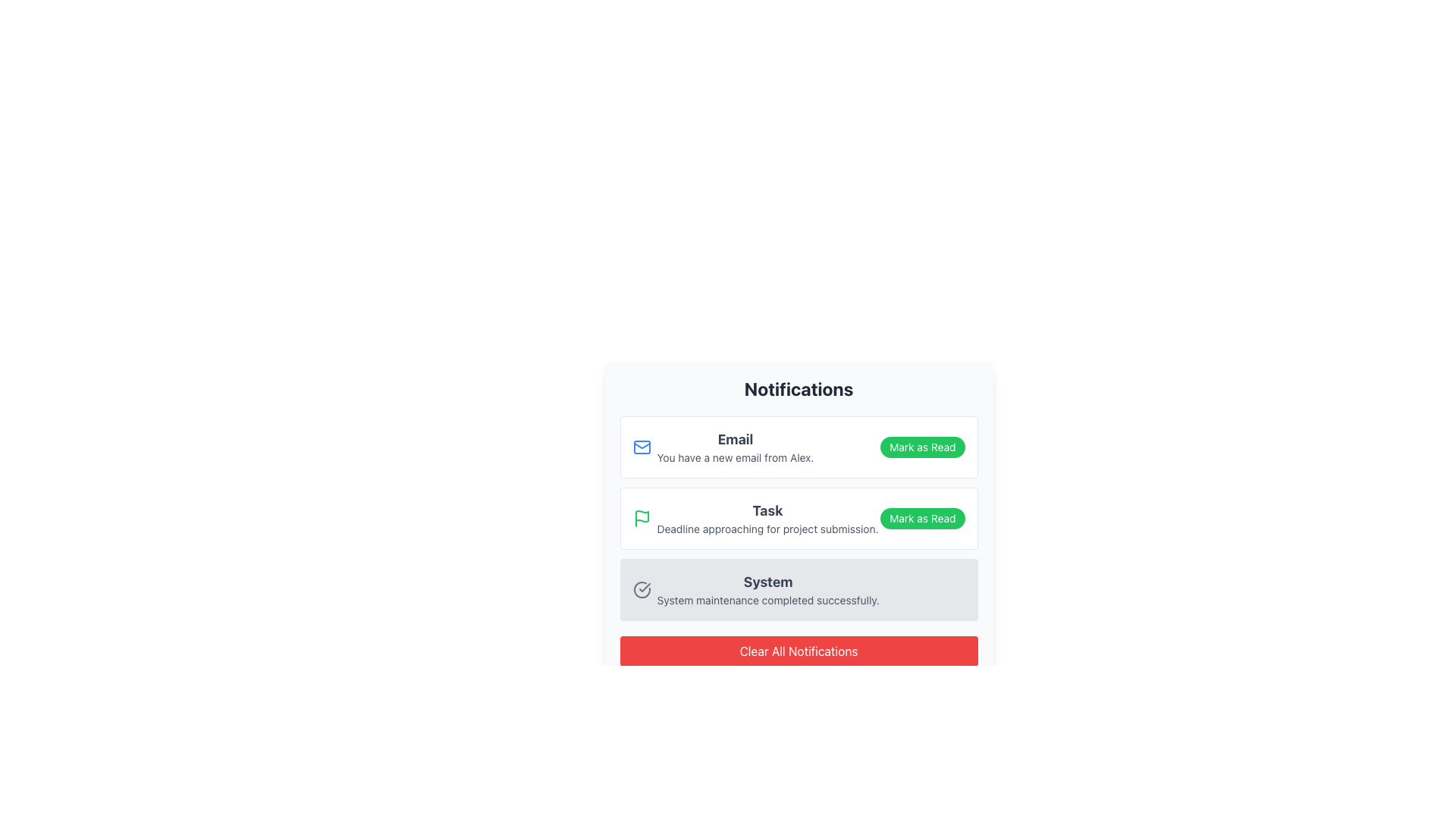 This screenshot has height=819, width=1456. Describe the element at coordinates (642, 517) in the screenshot. I see `the green flag icon located to the left of the 'Task' notification, which is part of the second notification item` at that location.